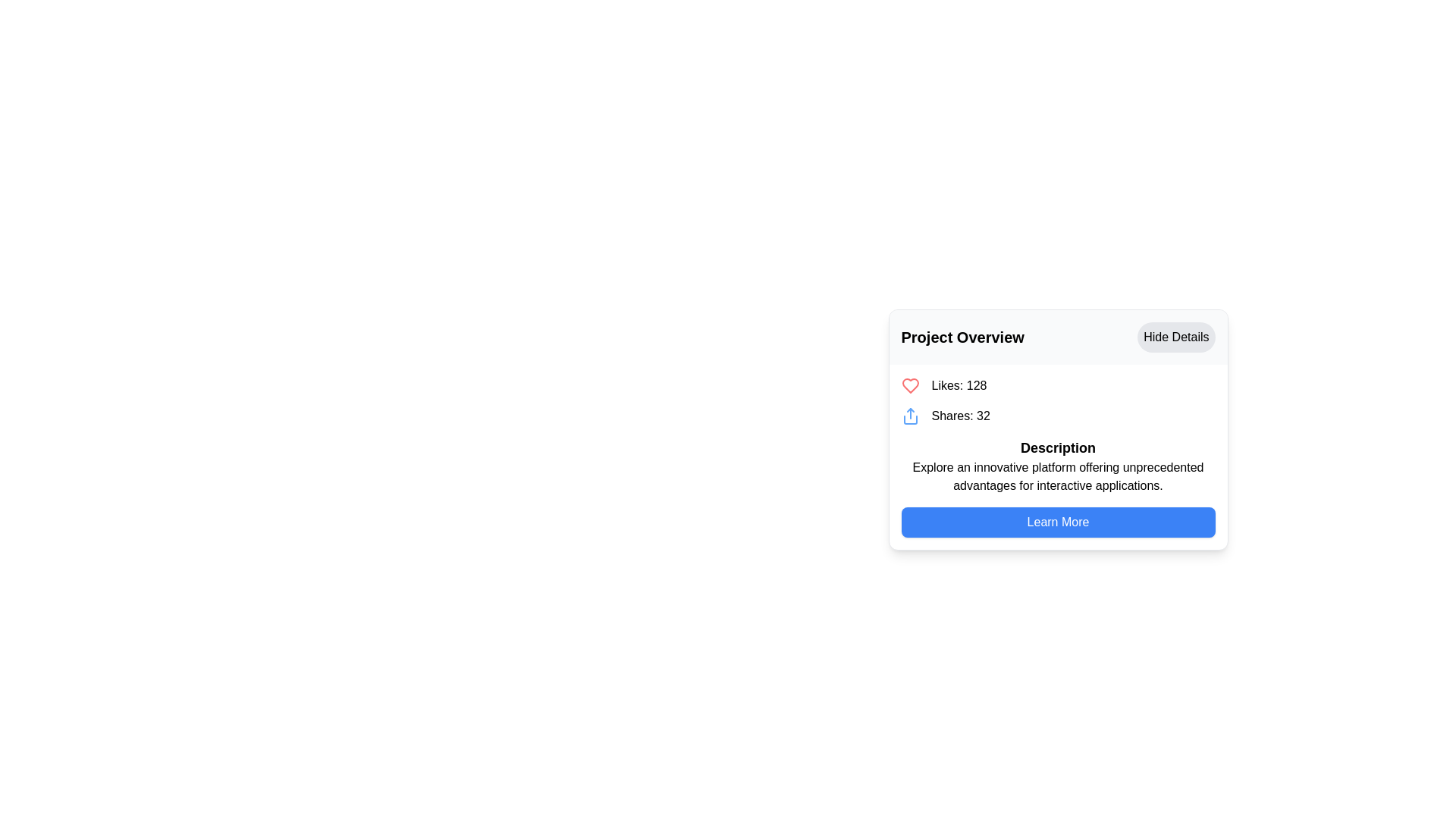 The image size is (1456, 819). I want to click on the static text display that shows the total number of likes, located to the right of the red heart icon and above 'Shares: 32', so click(958, 385).